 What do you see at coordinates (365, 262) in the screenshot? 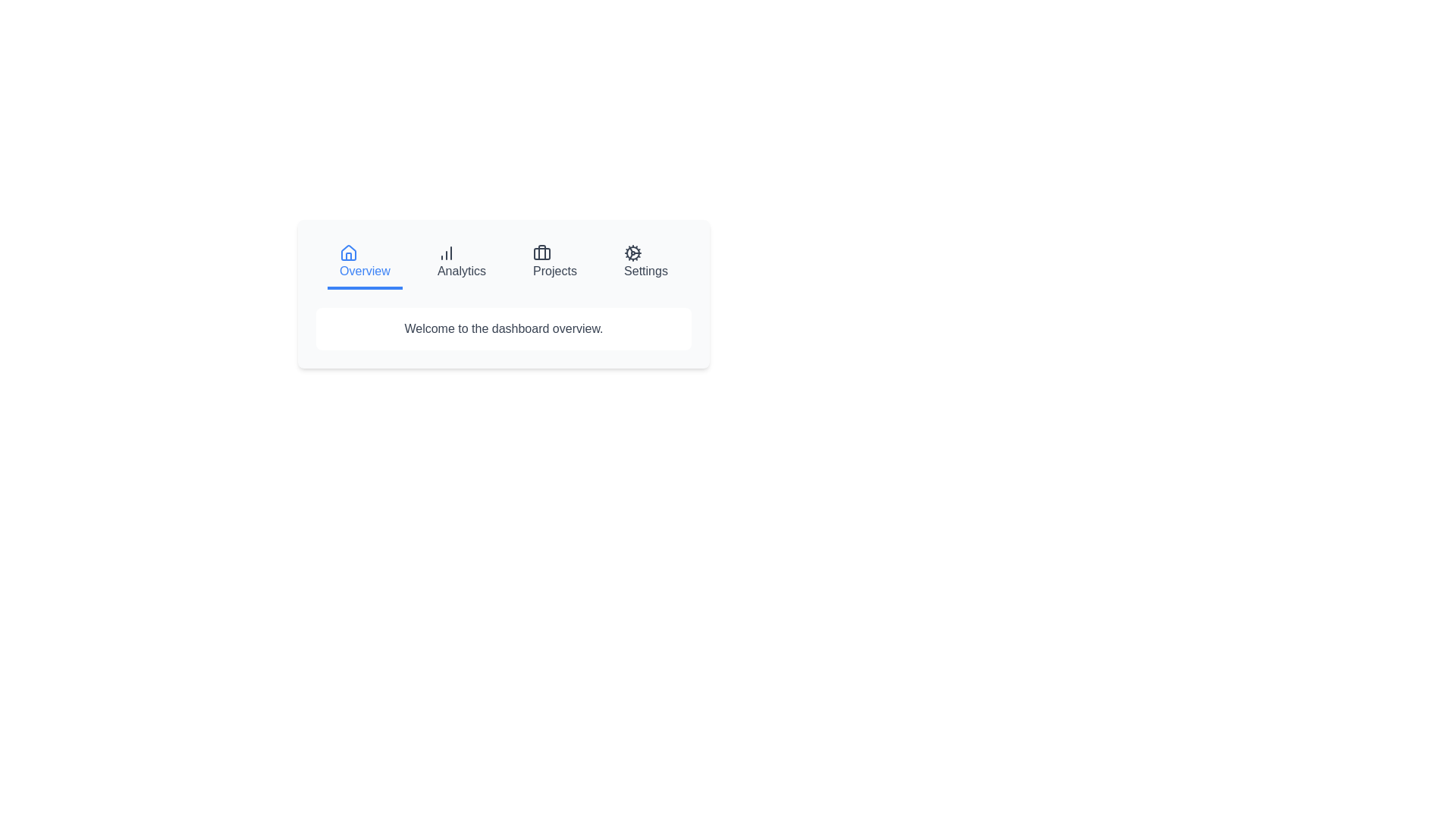
I see `the tab labeled Overview to reveal tooltip information` at bounding box center [365, 262].